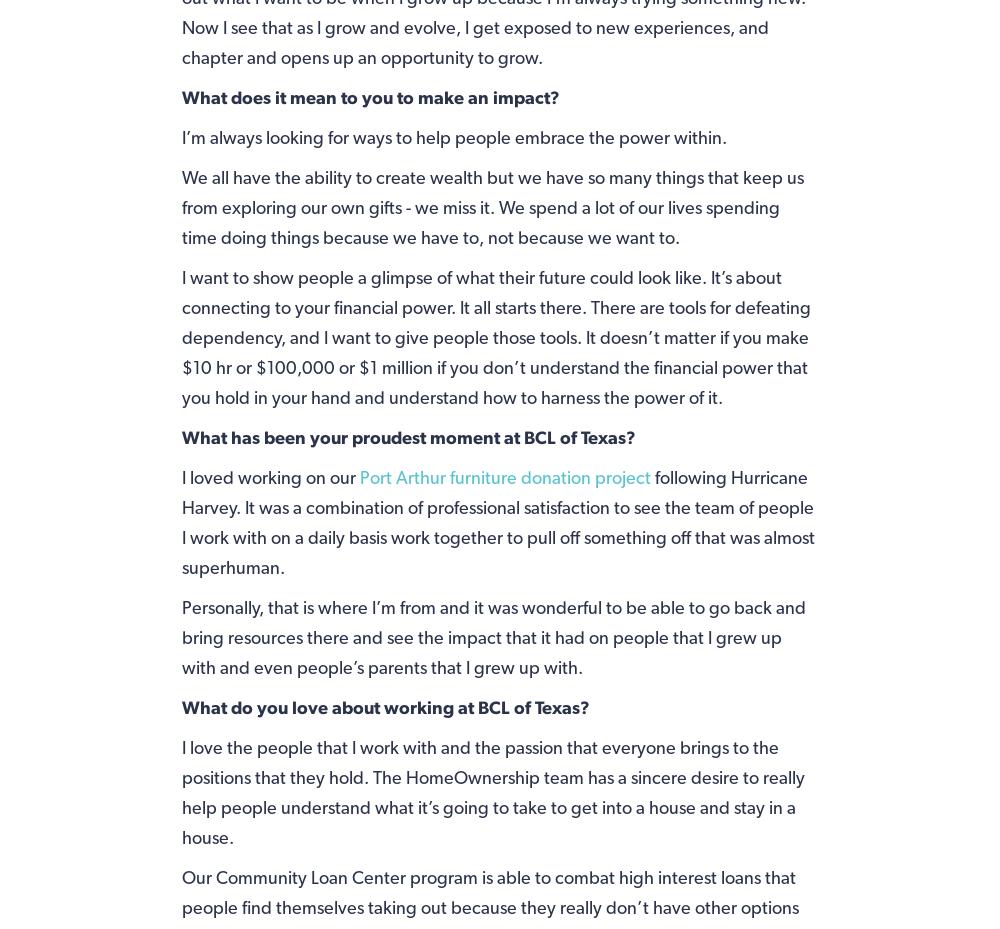 This screenshot has height=929, width=1000. Describe the element at coordinates (385, 706) in the screenshot. I see `'What do you love about working at BCL of Texas?'` at that location.